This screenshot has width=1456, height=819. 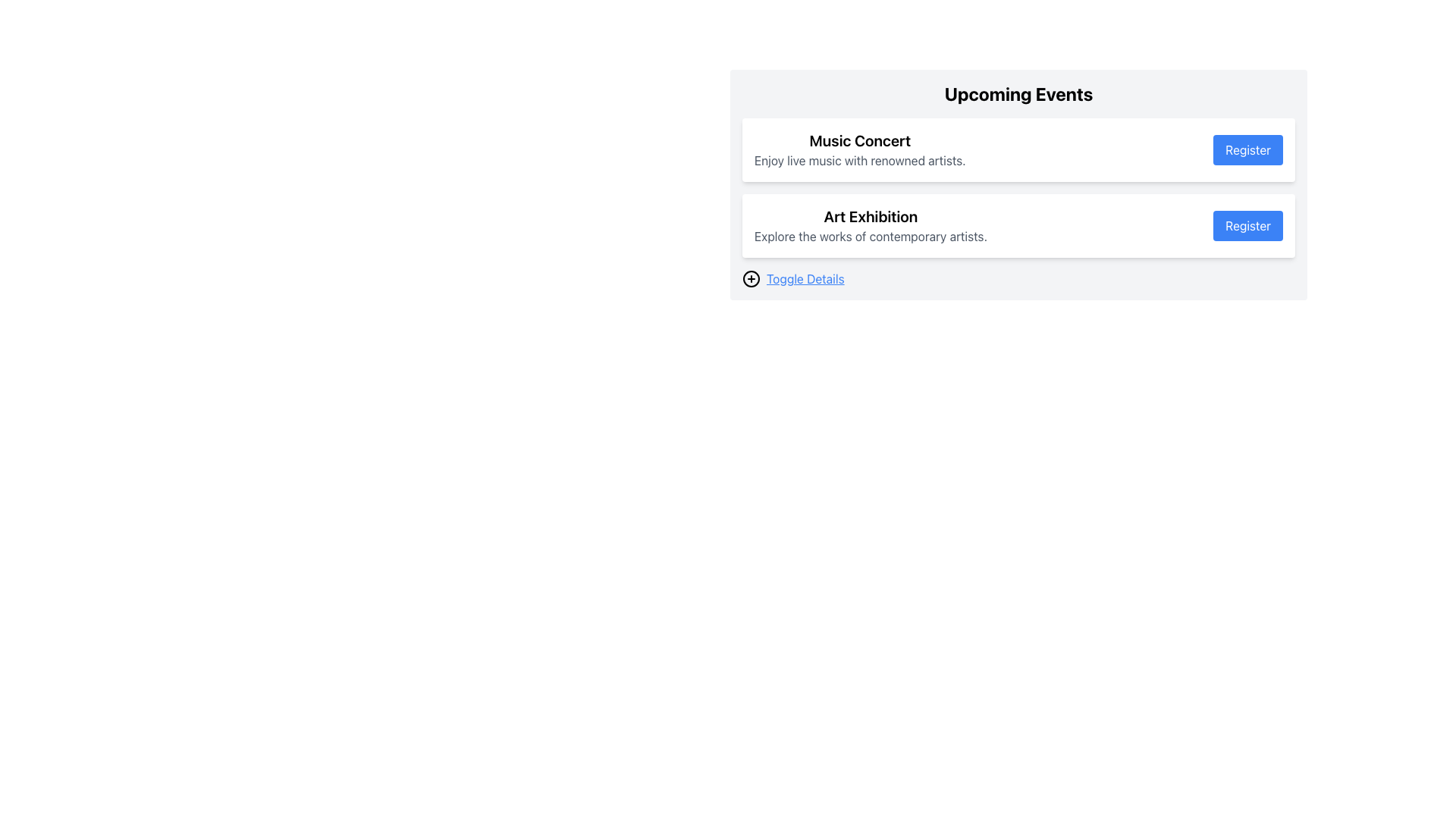 What do you see at coordinates (860, 140) in the screenshot?
I see `the 'Music Concert' text label, which is styled in bold and large text, located at the top of the description block for the music concert event` at bounding box center [860, 140].